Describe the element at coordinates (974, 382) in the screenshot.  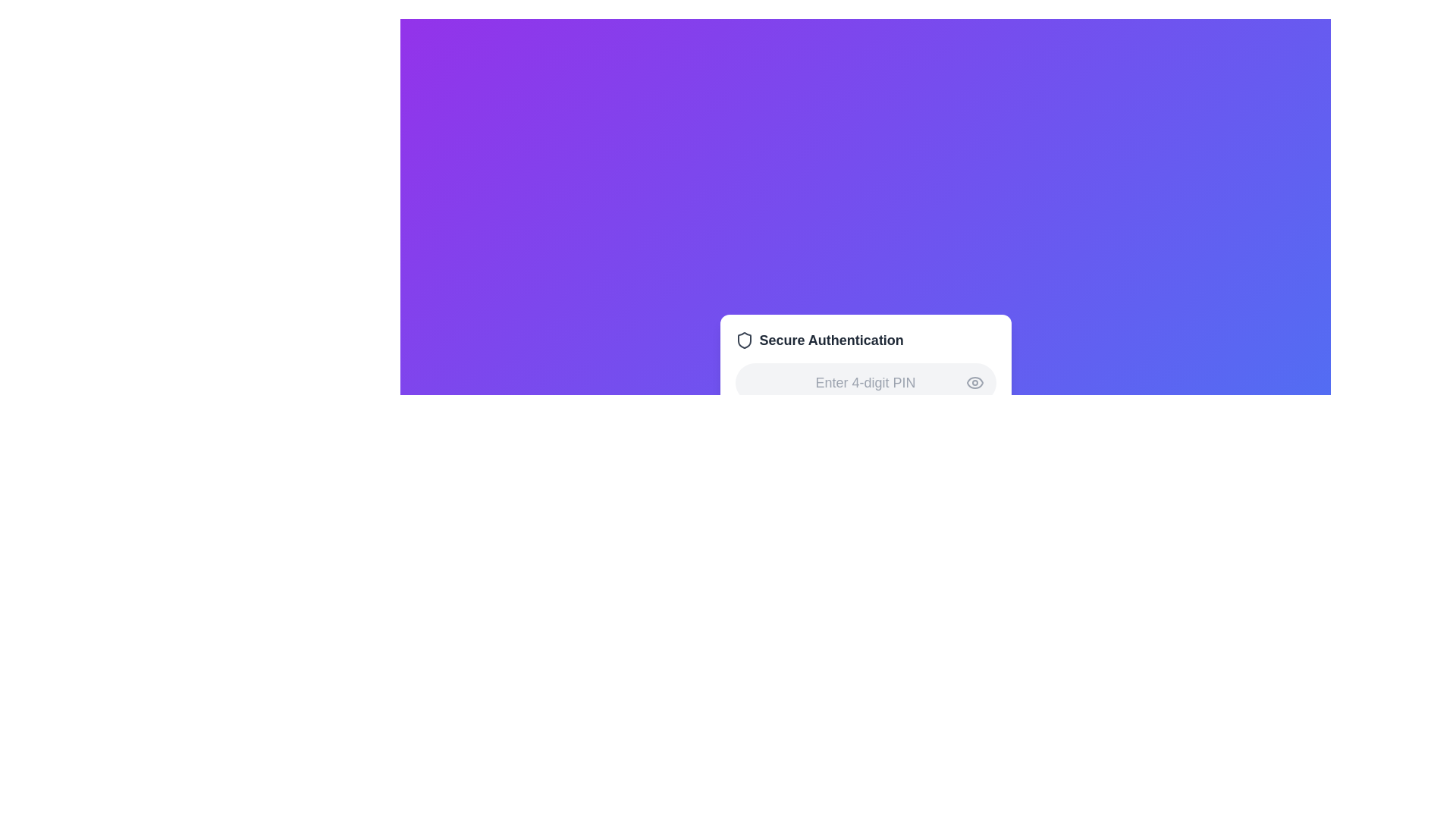
I see `the visibility toggle icon button located at the right end of the password input in the 'Secure Authentication' form` at that location.